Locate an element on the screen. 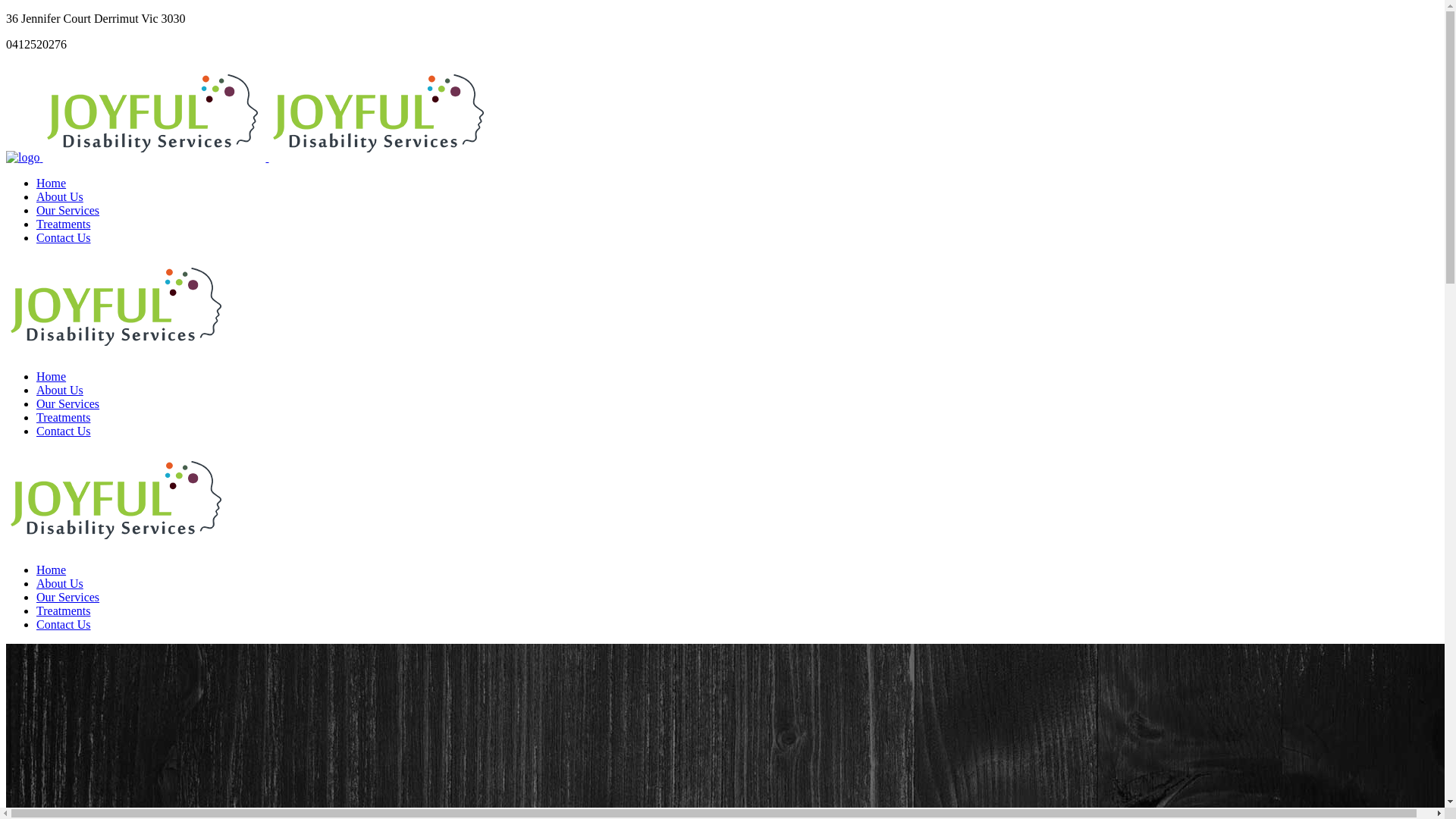 The height and width of the screenshot is (819, 1456). 'Treatments' is located at coordinates (62, 610).